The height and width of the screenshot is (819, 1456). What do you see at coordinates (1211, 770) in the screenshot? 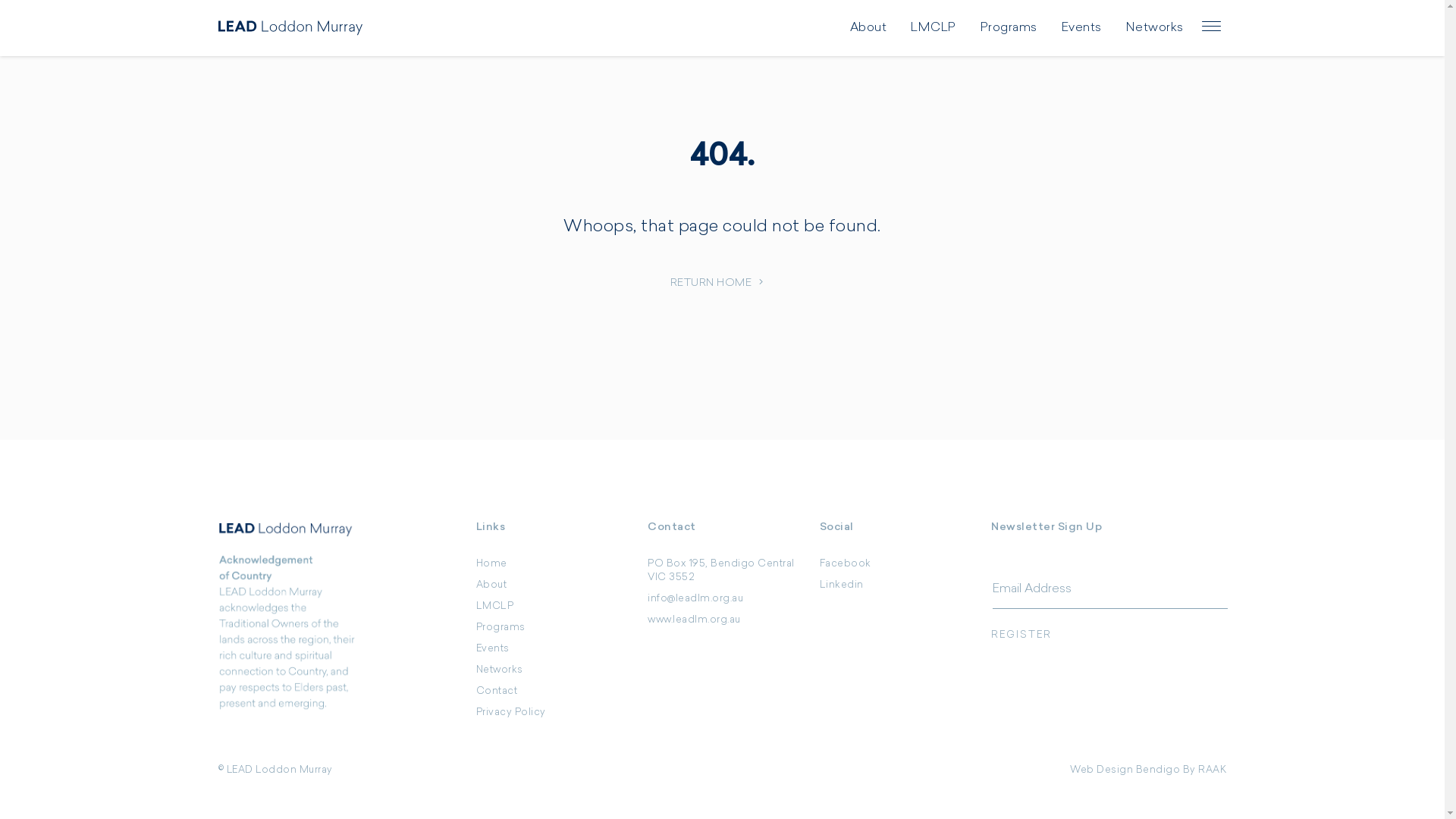
I see `'RAAK'` at bounding box center [1211, 770].